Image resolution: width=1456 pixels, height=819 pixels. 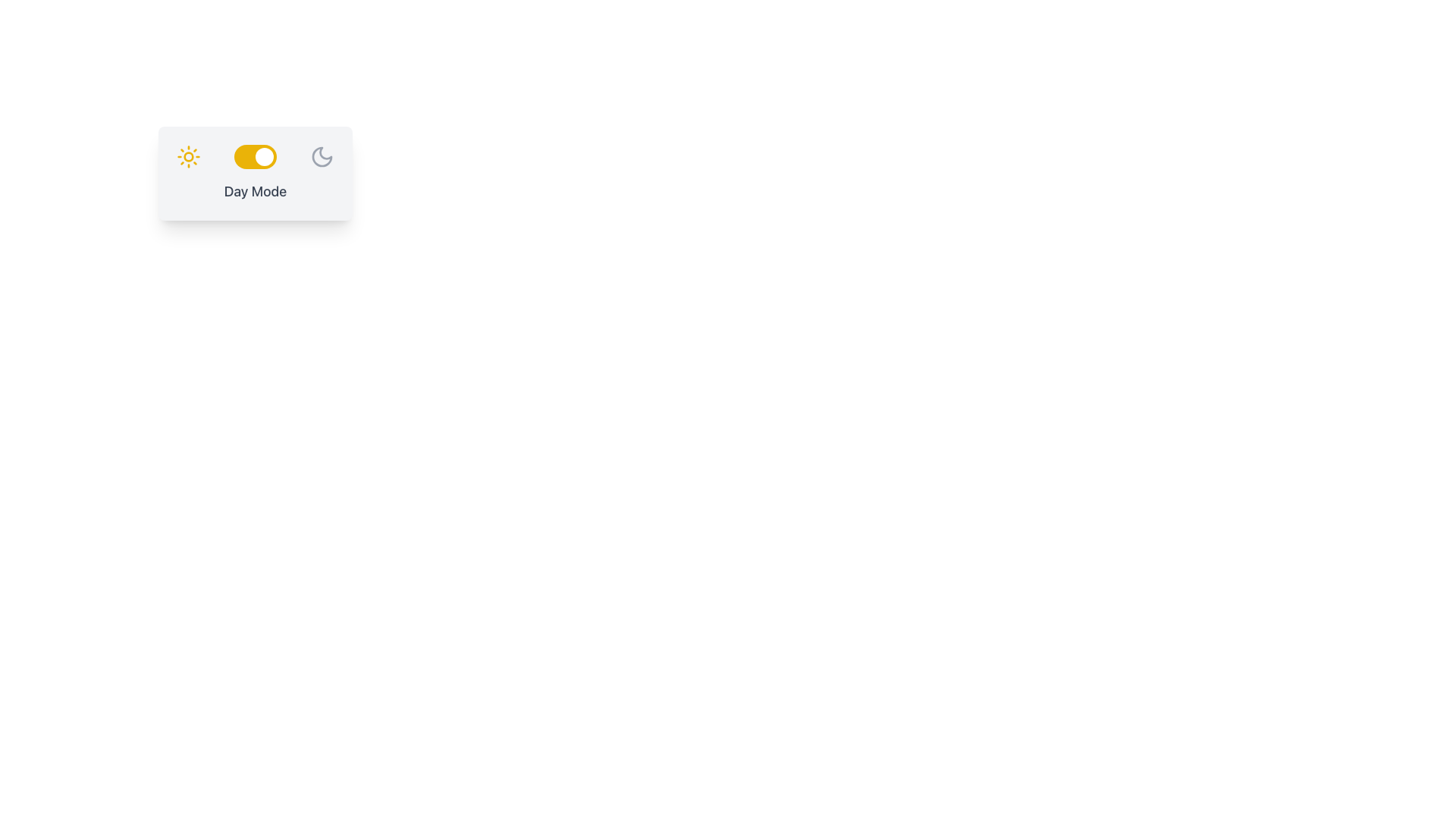 What do you see at coordinates (265, 157) in the screenshot?
I see `the small circular toggle thumb of the switch component` at bounding box center [265, 157].